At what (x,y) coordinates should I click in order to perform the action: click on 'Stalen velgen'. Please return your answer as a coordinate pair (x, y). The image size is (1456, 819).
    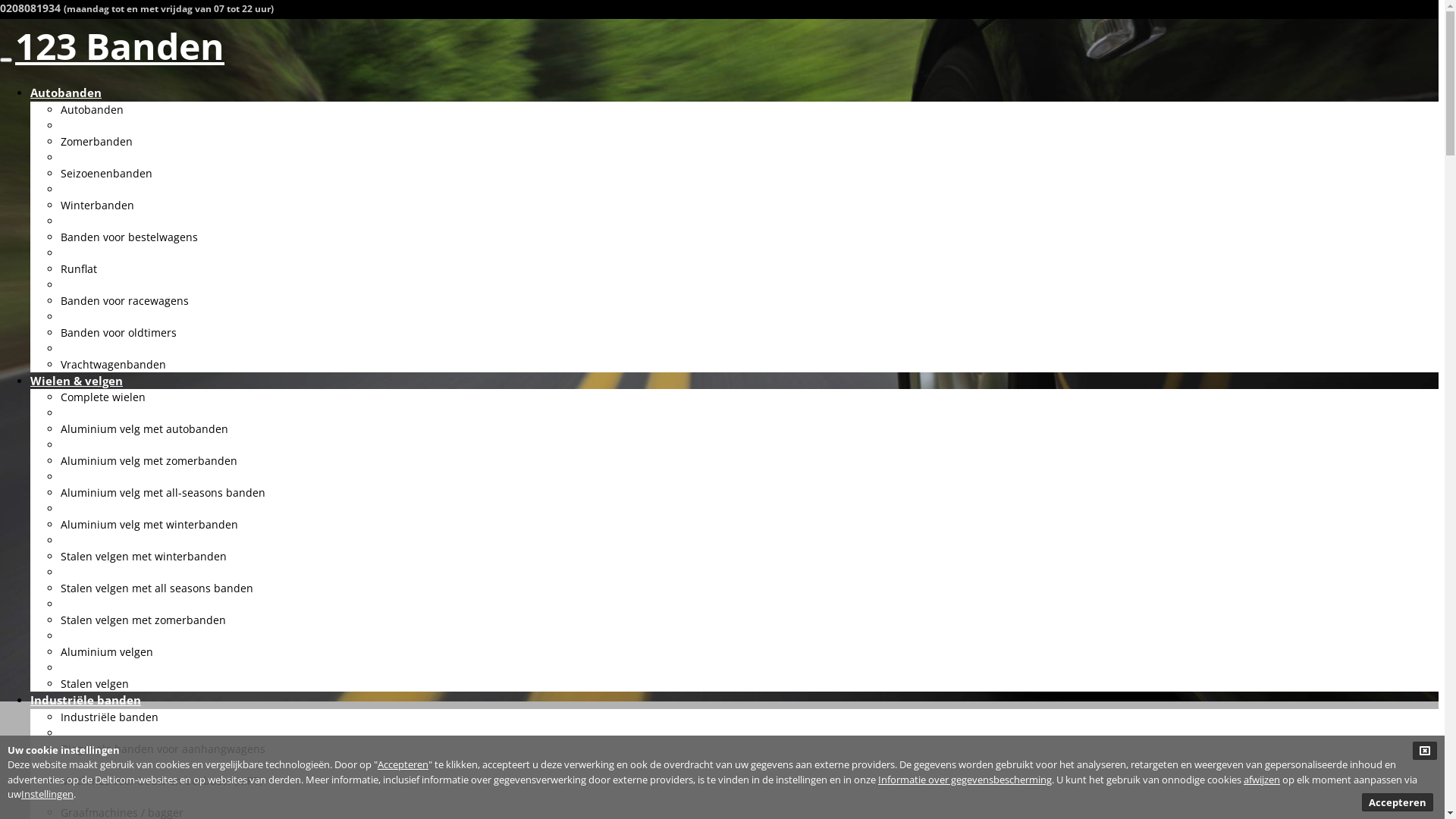
    Looking at the image, I should click on (93, 683).